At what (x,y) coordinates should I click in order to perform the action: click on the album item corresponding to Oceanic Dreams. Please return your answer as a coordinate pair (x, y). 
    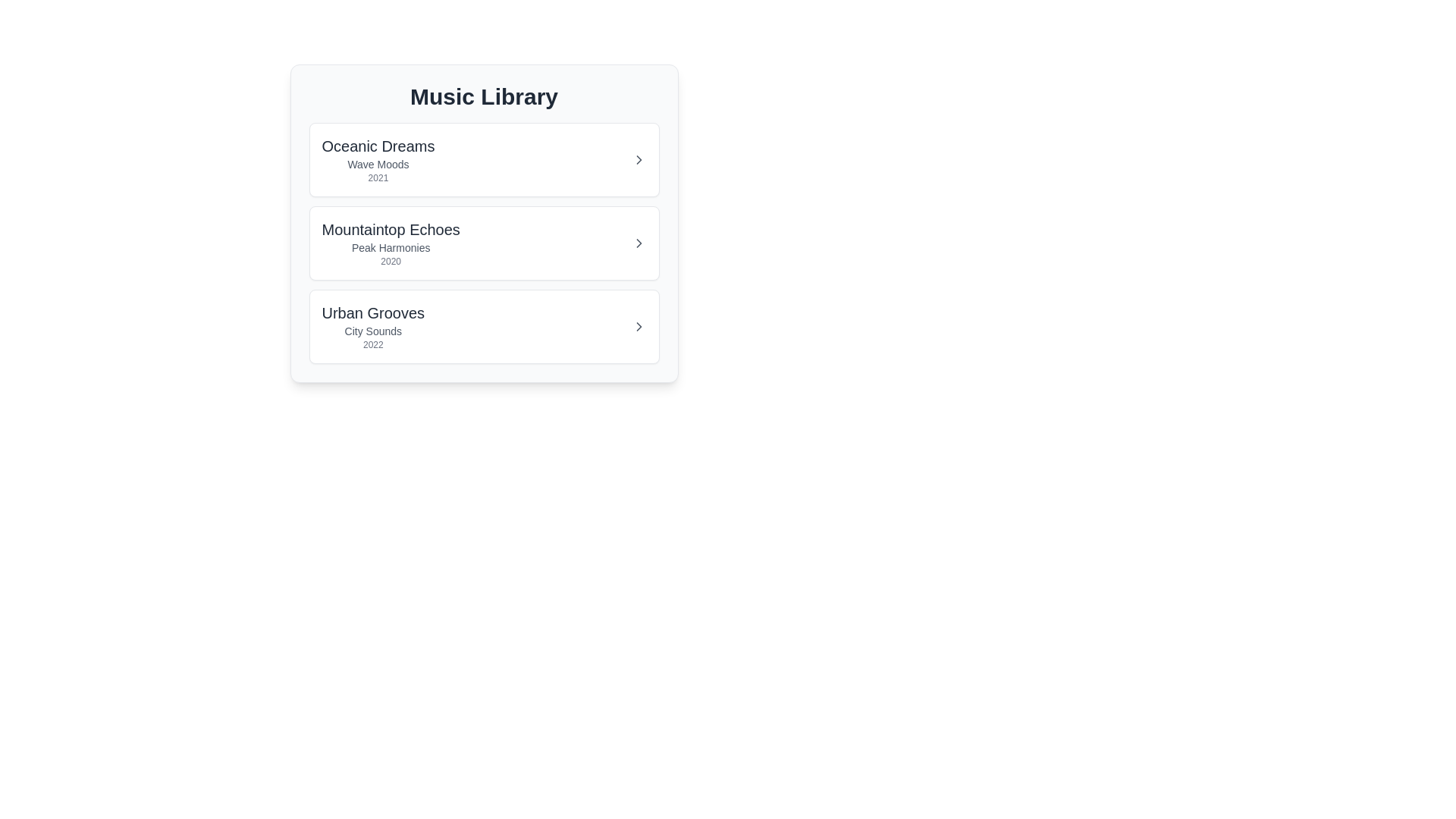
    Looking at the image, I should click on (483, 160).